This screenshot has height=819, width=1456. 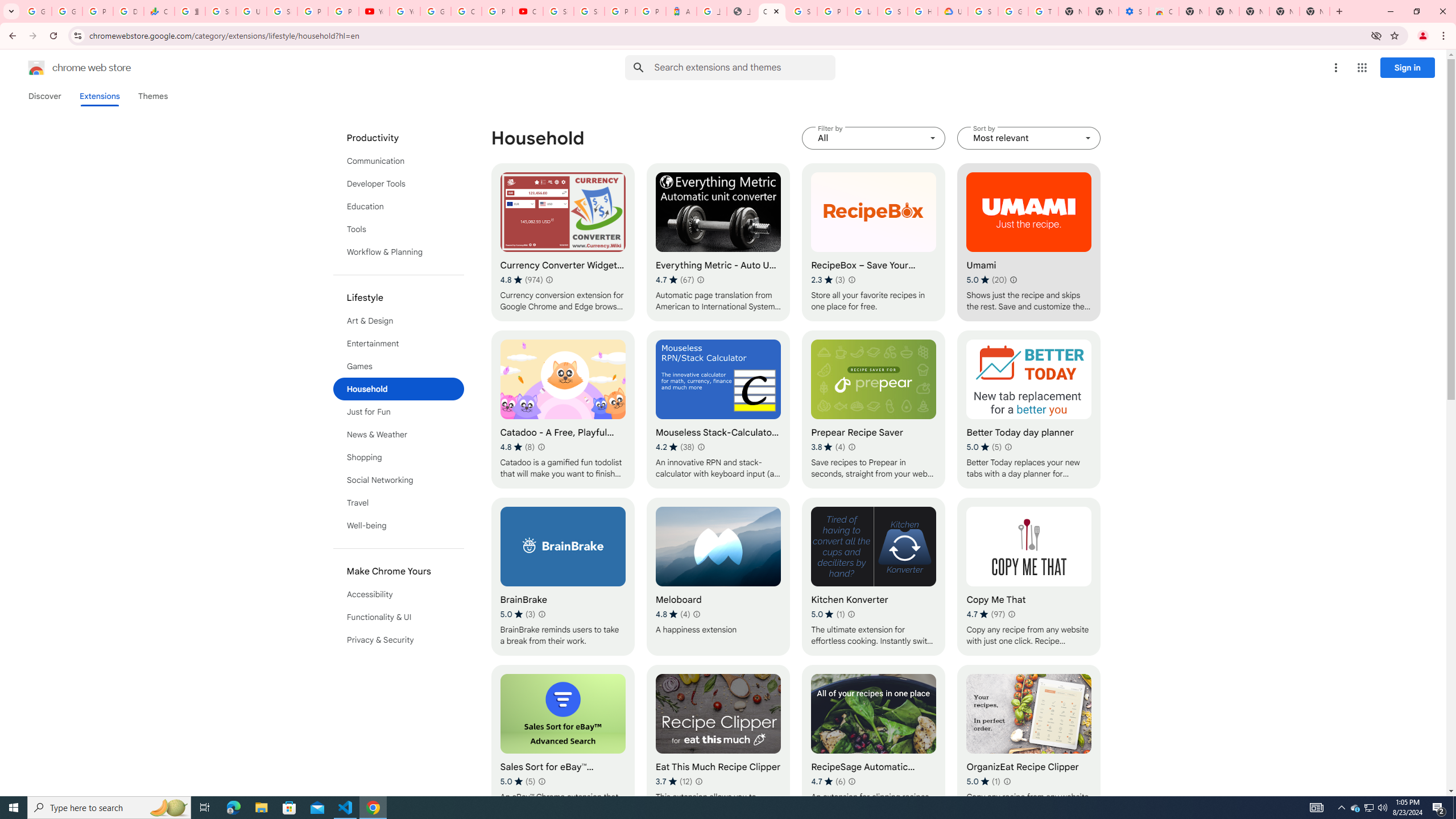 What do you see at coordinates (718, 743) in the screenshot?
I see `'Eat This Much Recipe Clipper'` at bounding box center [718, 743].